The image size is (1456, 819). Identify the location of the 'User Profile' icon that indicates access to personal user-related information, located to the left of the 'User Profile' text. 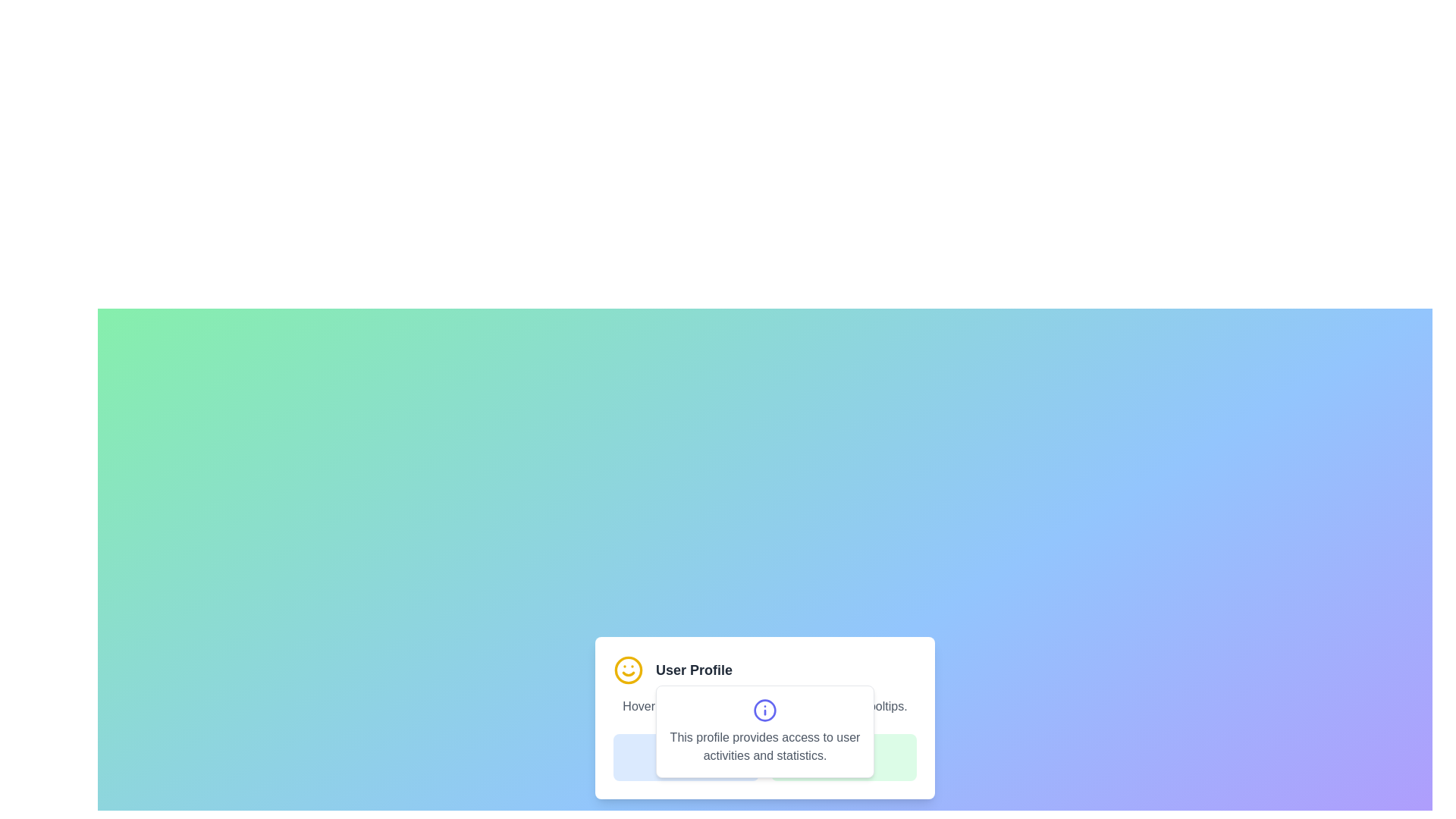
(629, 669).